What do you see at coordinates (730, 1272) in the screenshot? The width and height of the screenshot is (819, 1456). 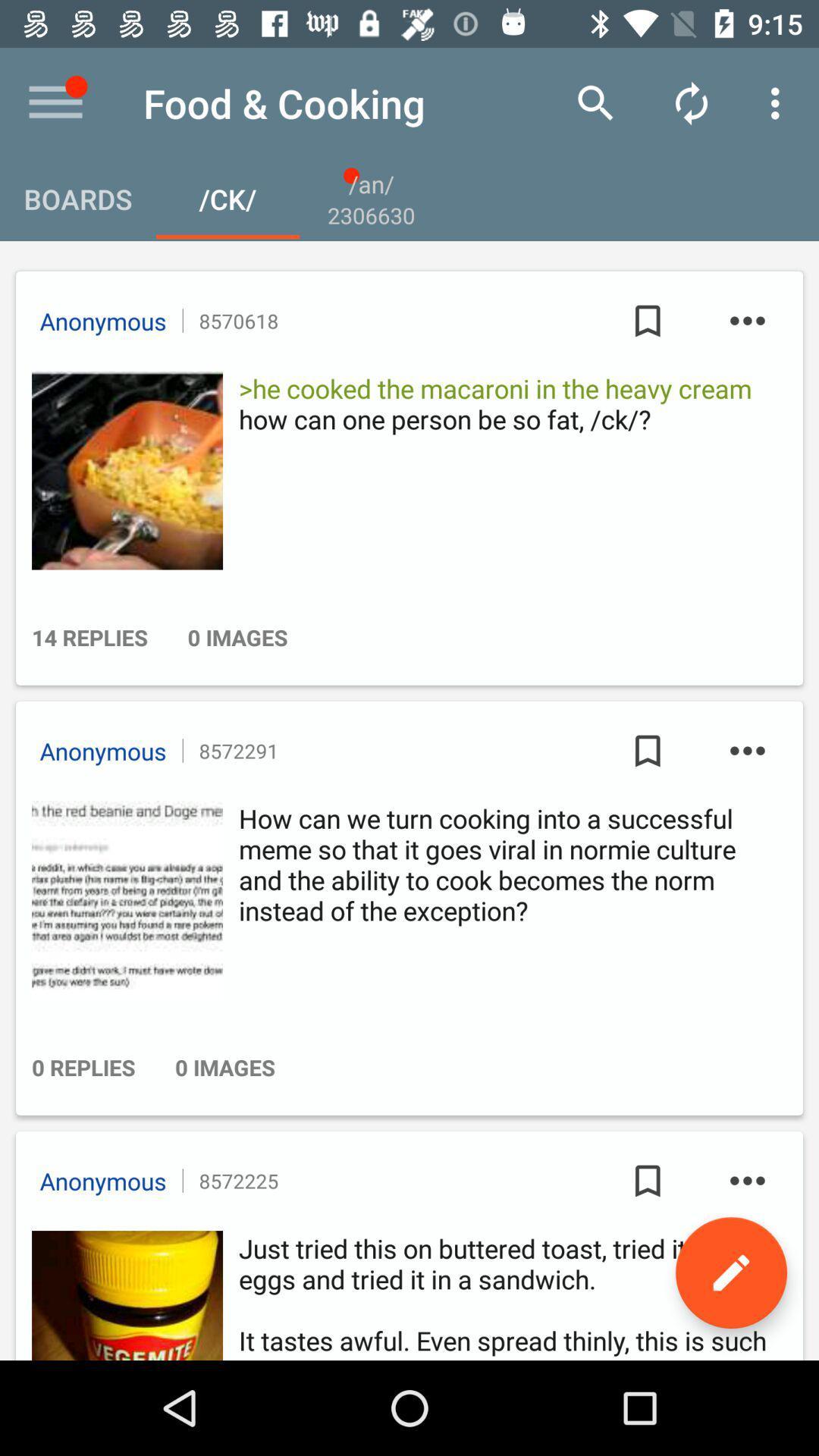 I see `edit option` at bounding box center [730, 1272].